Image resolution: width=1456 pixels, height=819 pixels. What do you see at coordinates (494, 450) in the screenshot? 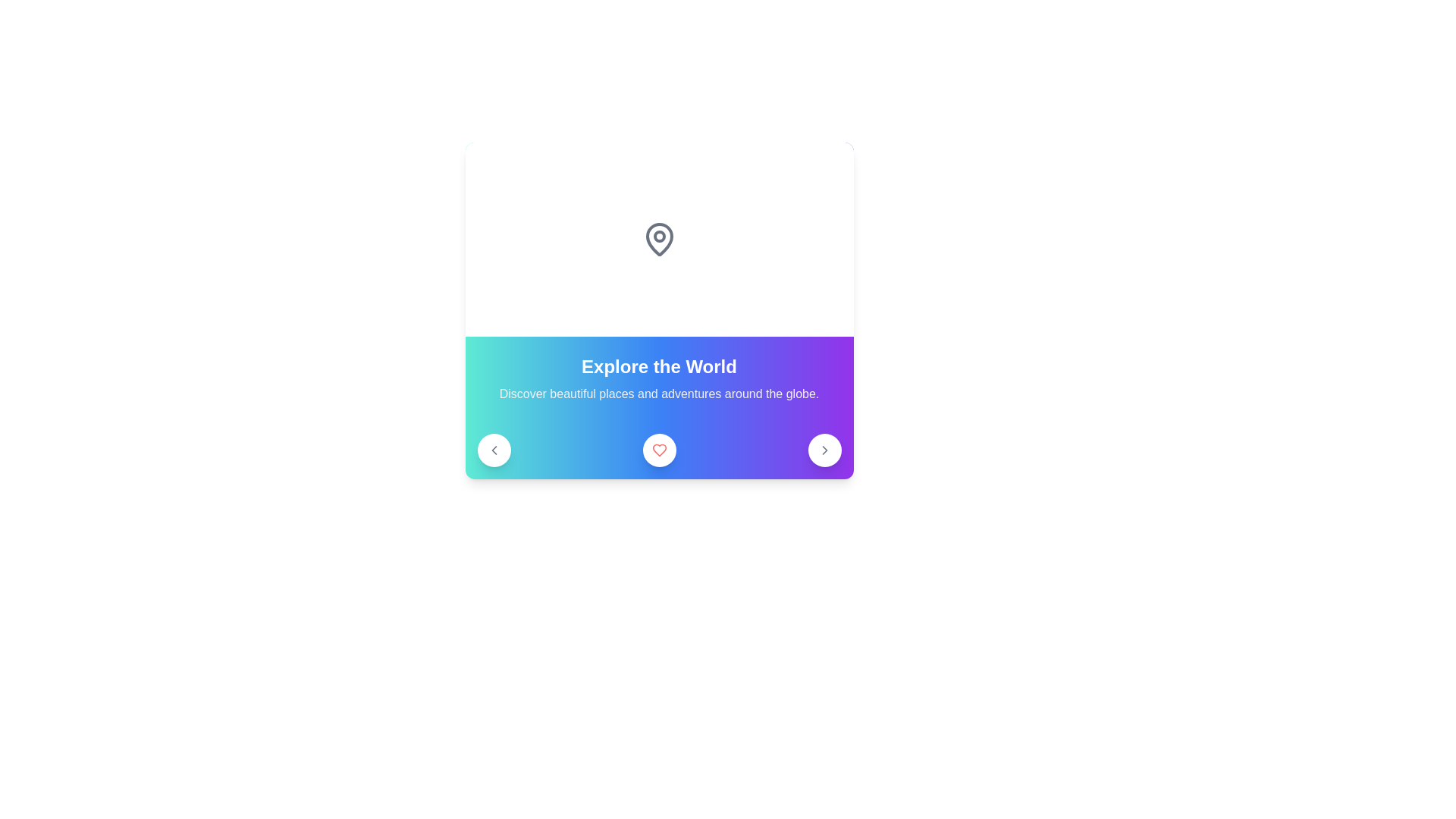
I see `the left navigation arrow SVG icon, which indicates backward navigation within the navigation area of the interface` at bounding box center [494, 450].